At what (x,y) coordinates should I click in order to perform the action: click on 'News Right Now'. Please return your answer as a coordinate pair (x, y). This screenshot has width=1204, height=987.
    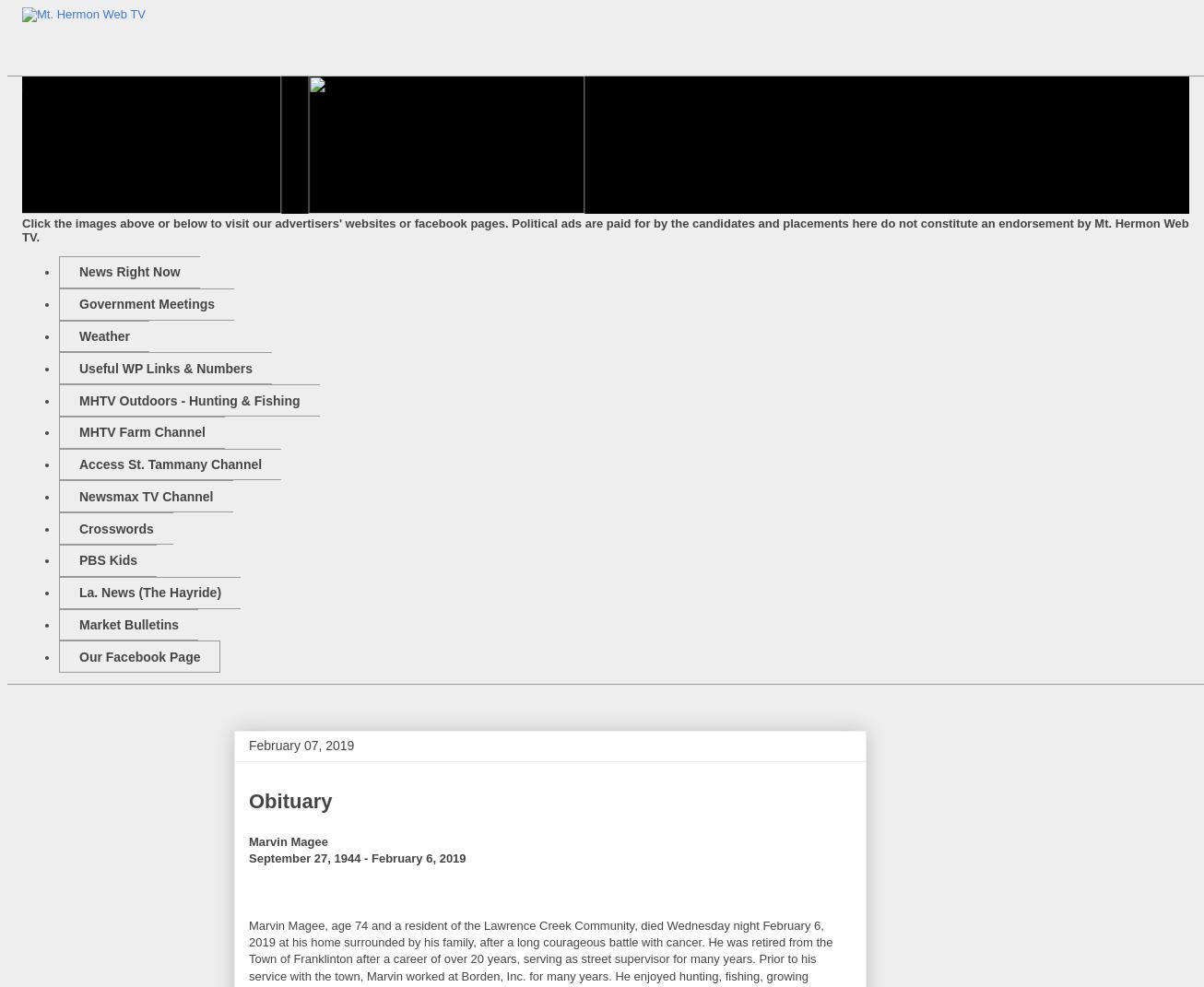
    Looking at the image, I should click on (77, 271).